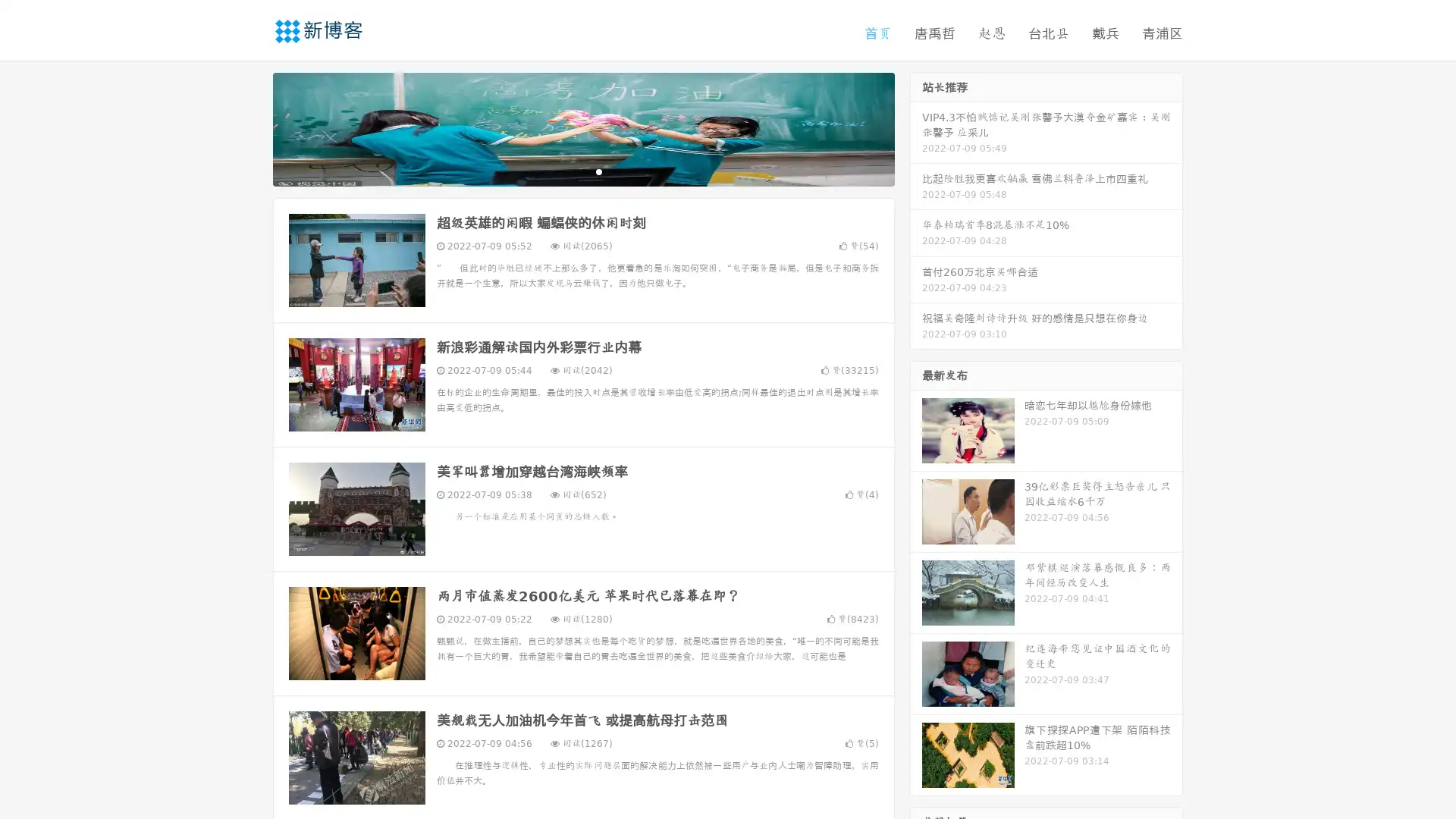 This screenshot has height=819, width=1456. What do you see at coordinates (598, 171) in the screenshot?
I see `Go to slide 3` at bounding box center [598, 171].